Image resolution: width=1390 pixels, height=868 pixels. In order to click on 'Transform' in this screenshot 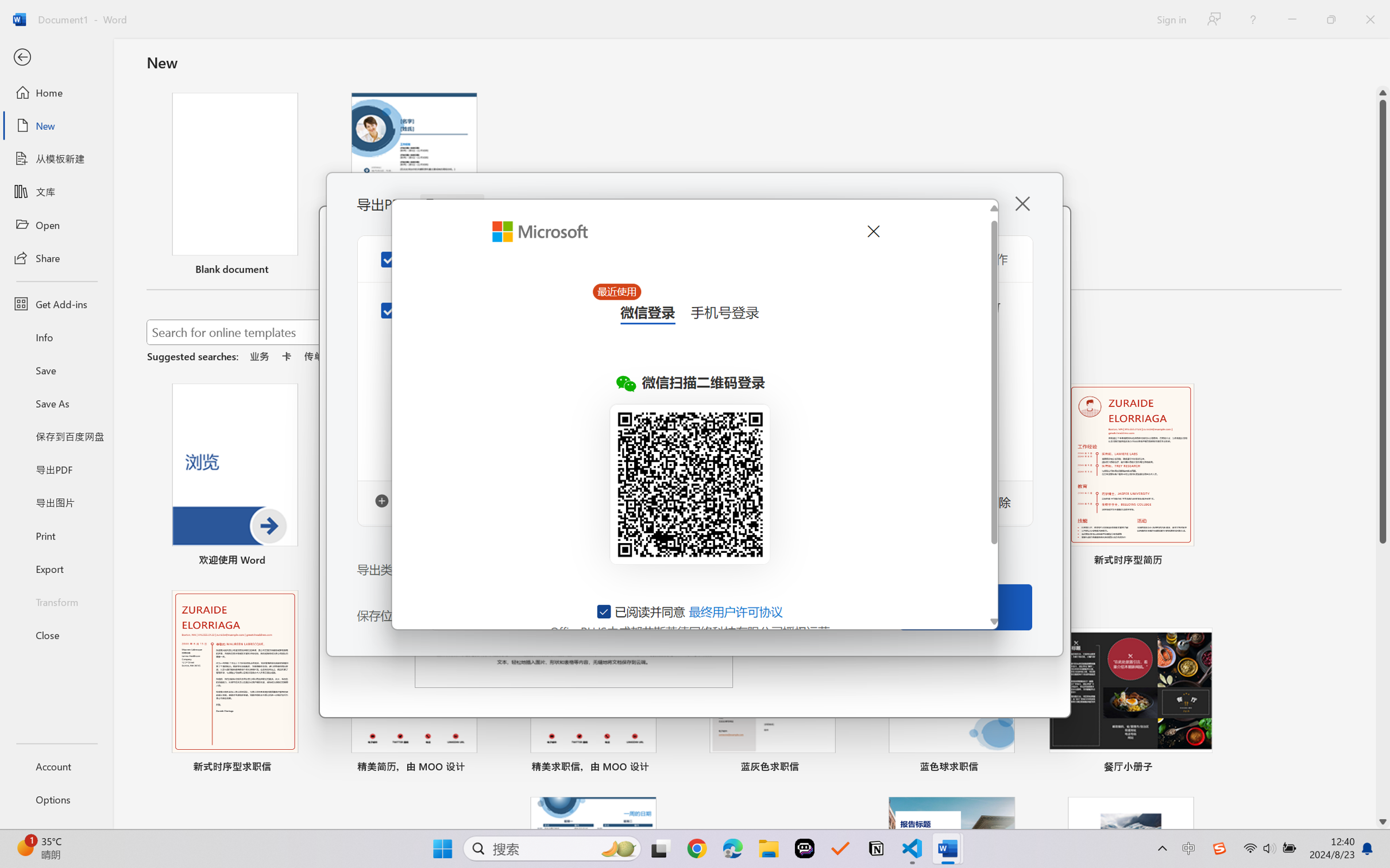, I will do `click(56, 600)`.